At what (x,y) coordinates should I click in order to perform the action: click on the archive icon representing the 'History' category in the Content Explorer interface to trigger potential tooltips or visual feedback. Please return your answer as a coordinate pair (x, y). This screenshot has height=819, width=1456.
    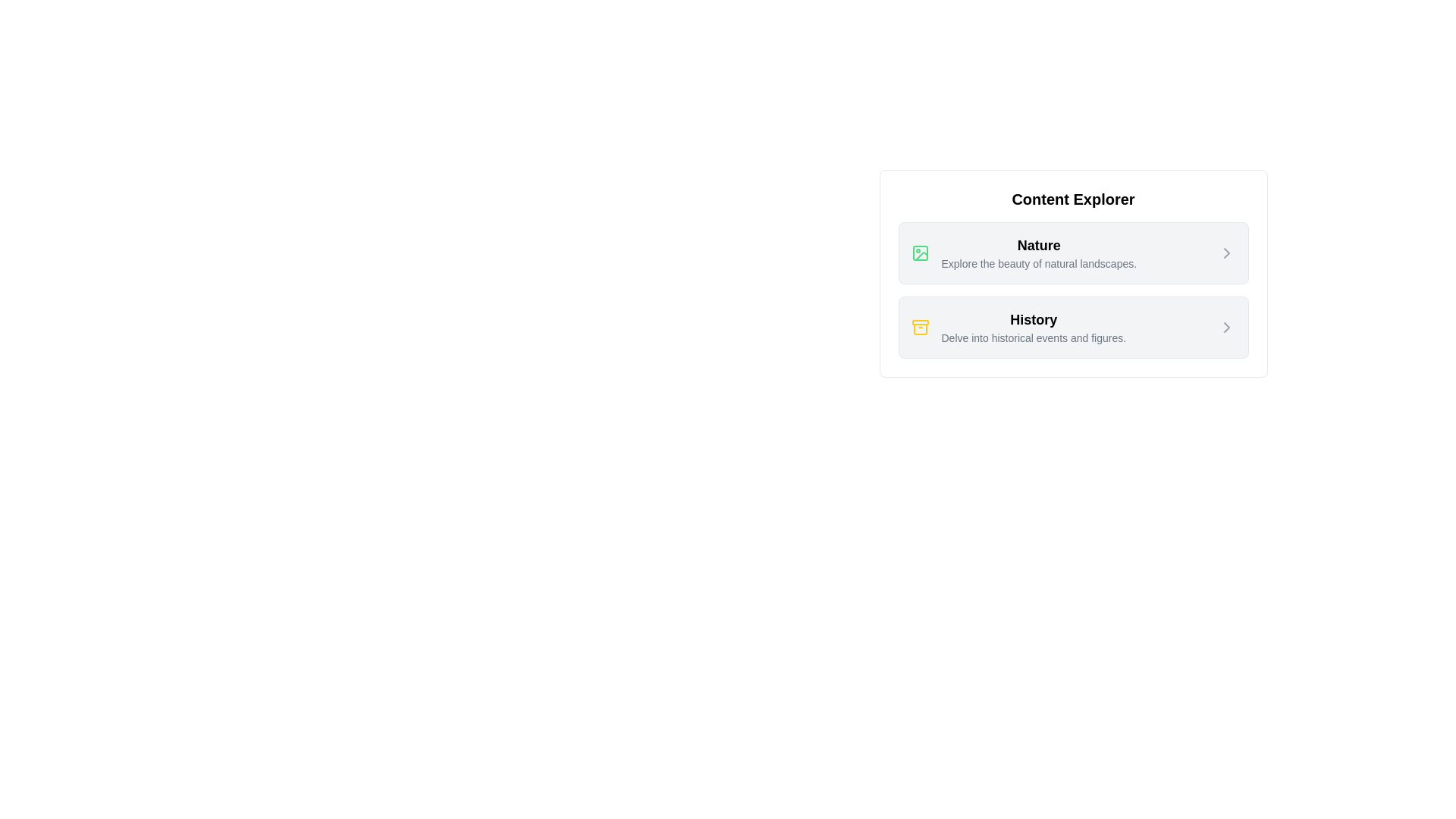
    Looking at the image, I should click on (919, 328).